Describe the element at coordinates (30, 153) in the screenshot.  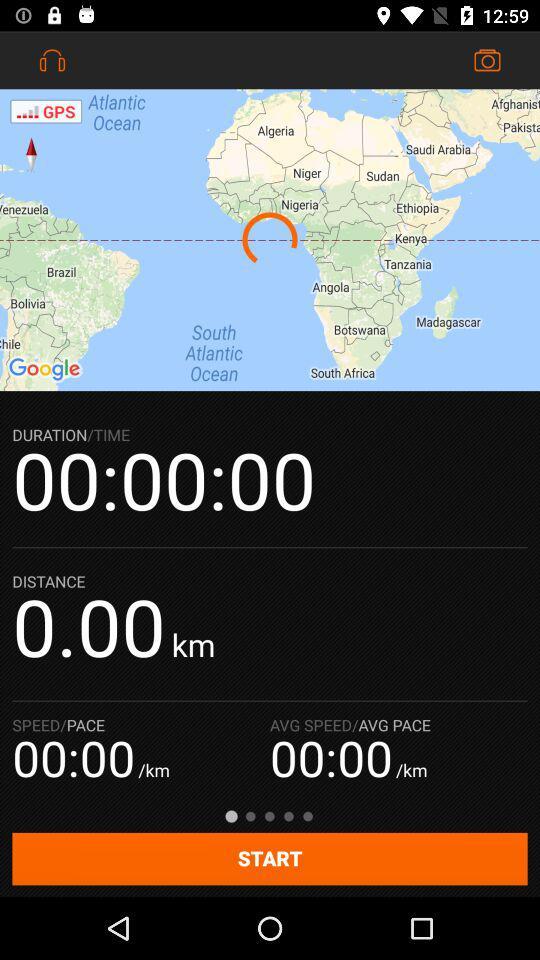
I see `the explore icon` at that location.